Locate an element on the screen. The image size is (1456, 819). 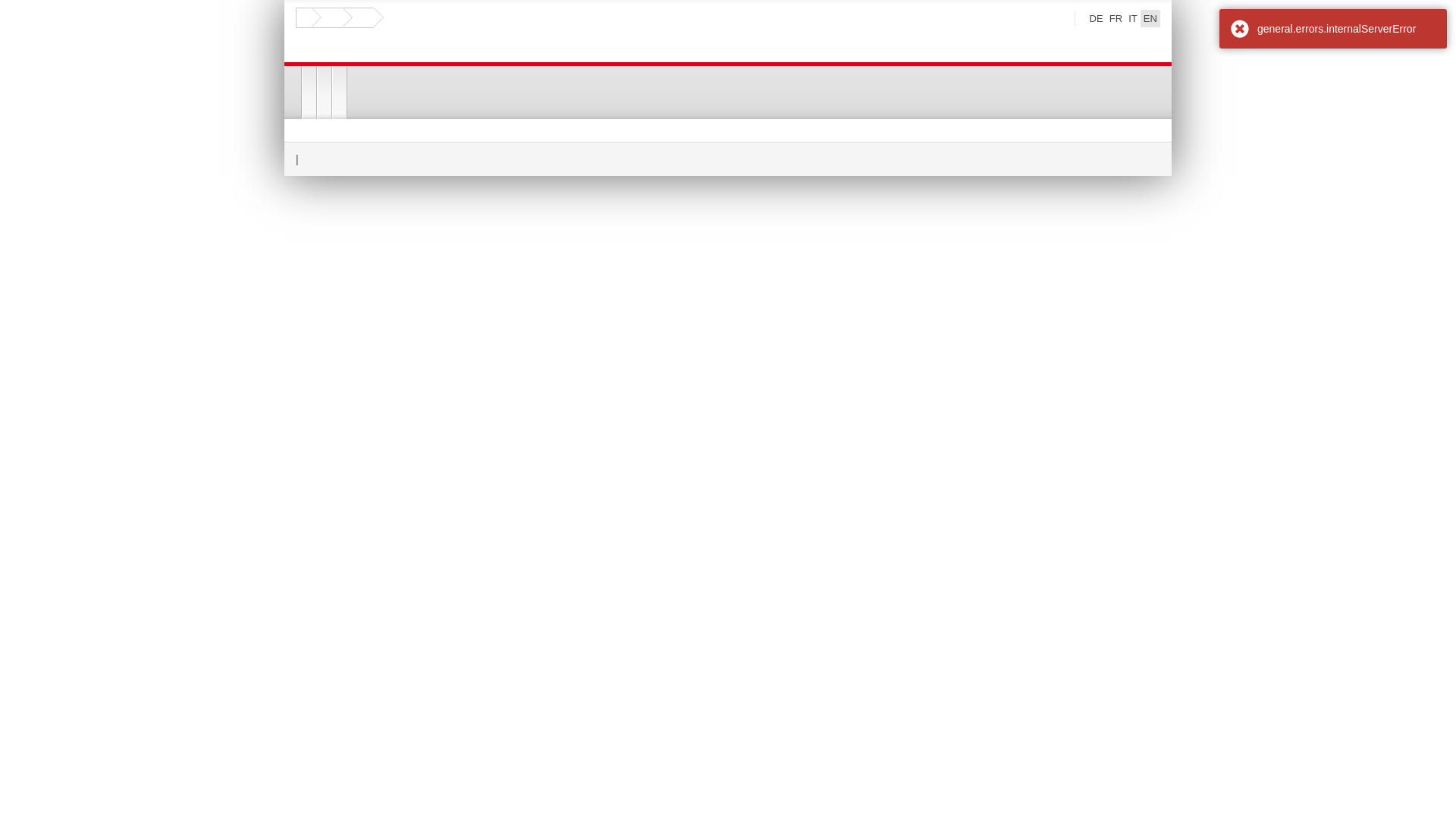
'EN' is located at coordinates (1140, 18).